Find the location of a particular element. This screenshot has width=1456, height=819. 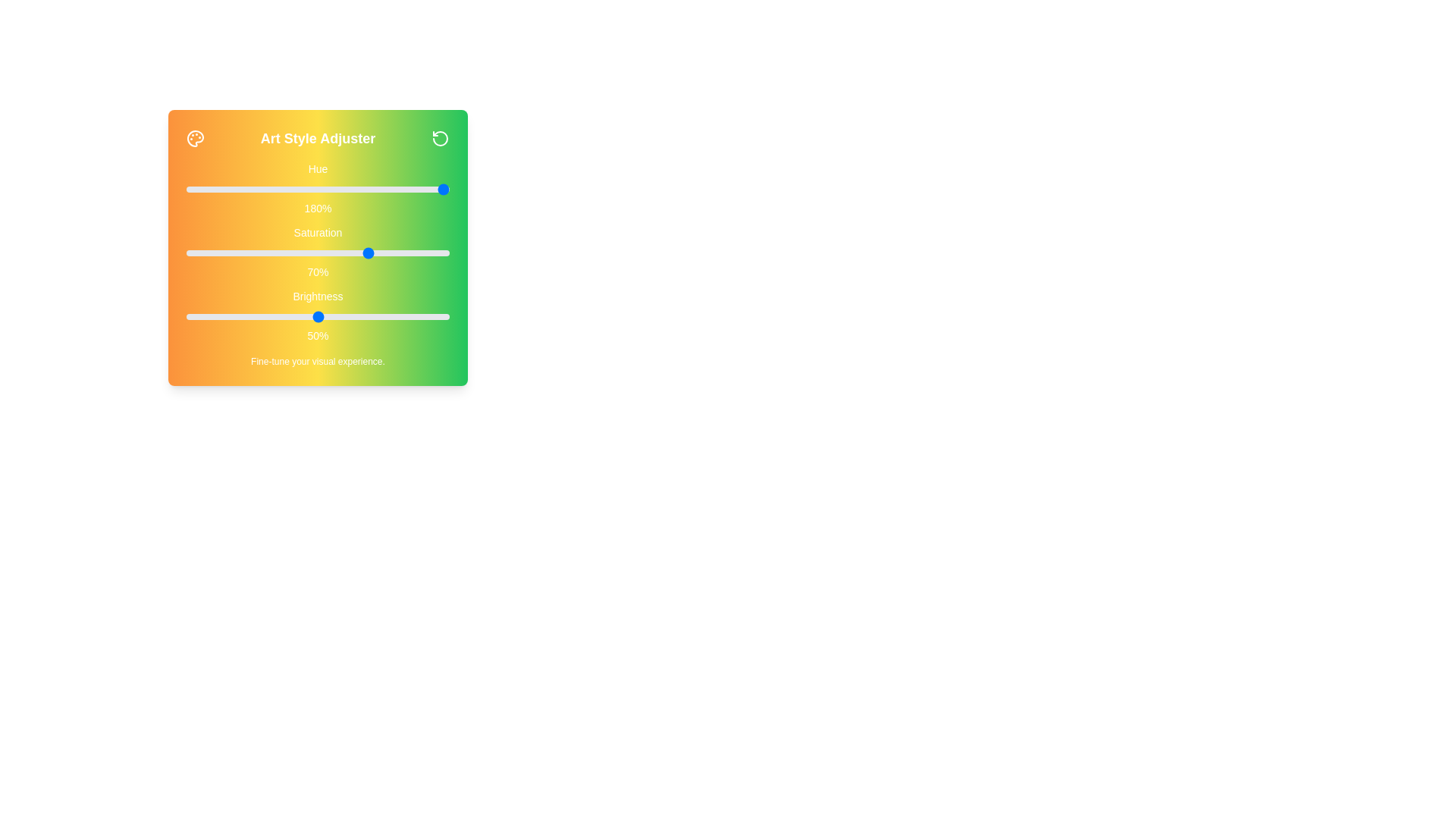

the reset icon to reset the settings to default values is located at coordinates (439, 138).